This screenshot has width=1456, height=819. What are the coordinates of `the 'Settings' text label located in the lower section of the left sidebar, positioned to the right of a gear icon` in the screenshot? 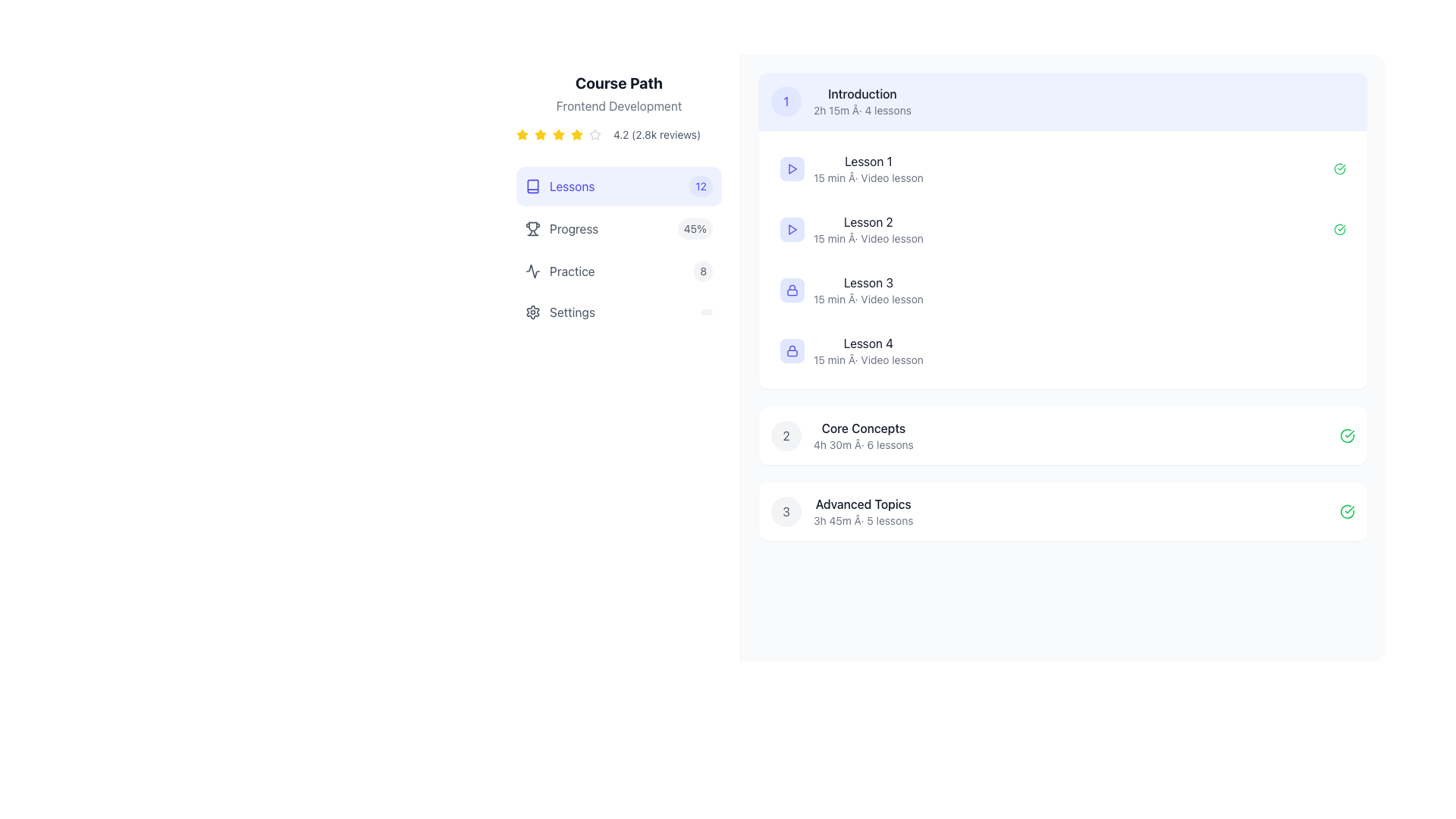 It's located at (571, 312).